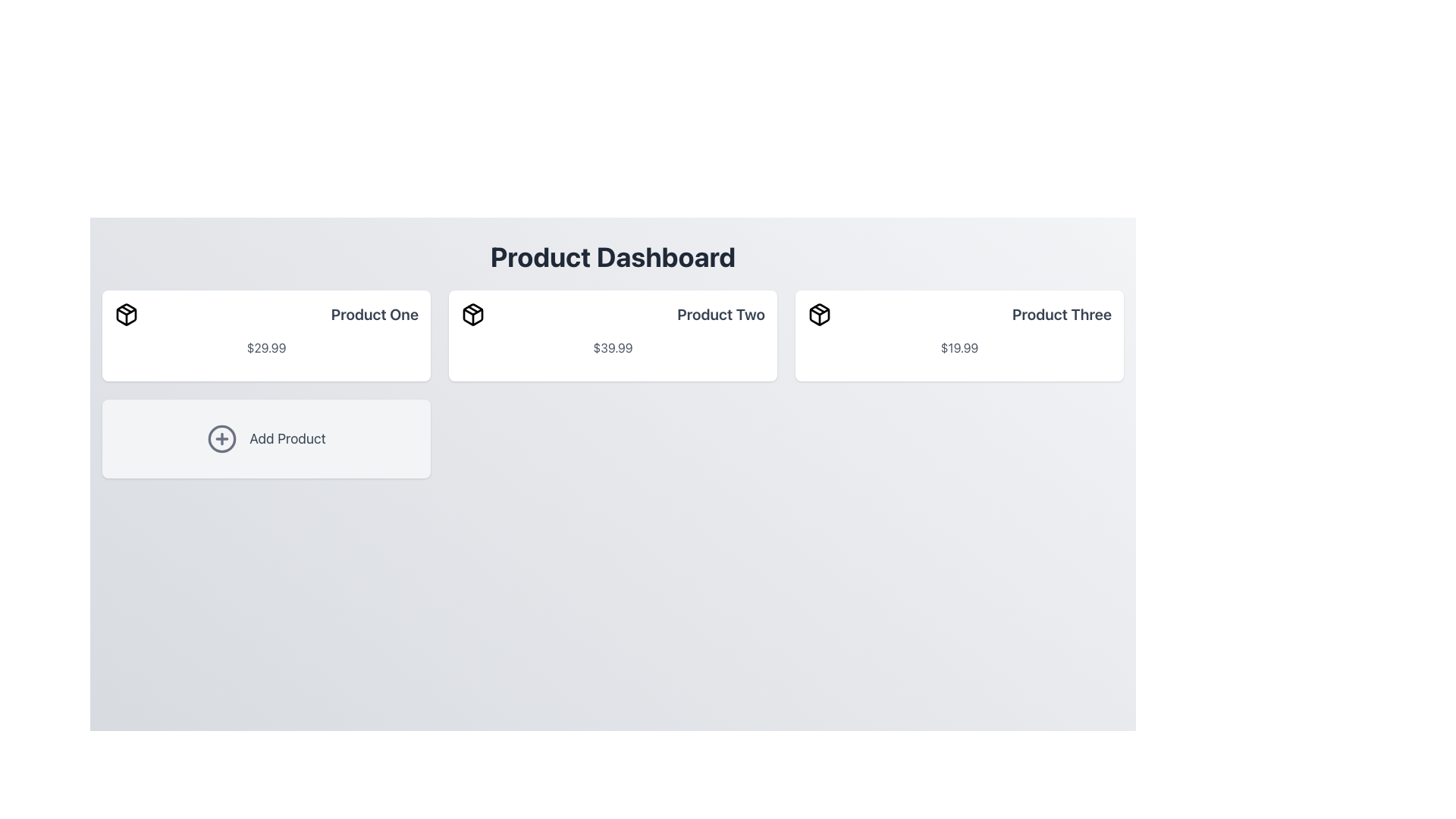  I want to click on on the first product card with a white background featuring a cube icon and the text 'Product One', so click(266, 335).